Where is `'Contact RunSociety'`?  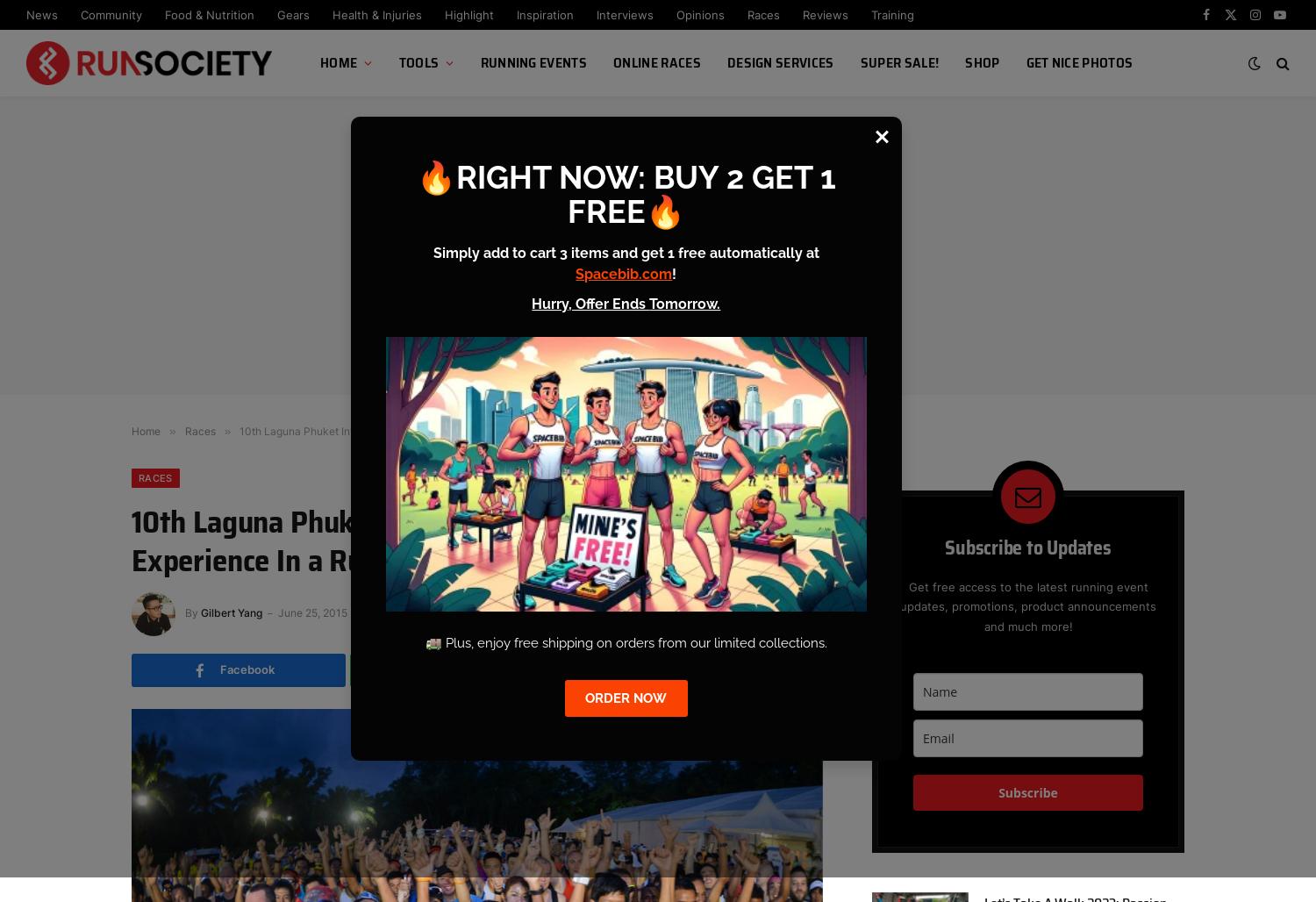
'Contact RunSociety' is located at coordinates (375, 184).